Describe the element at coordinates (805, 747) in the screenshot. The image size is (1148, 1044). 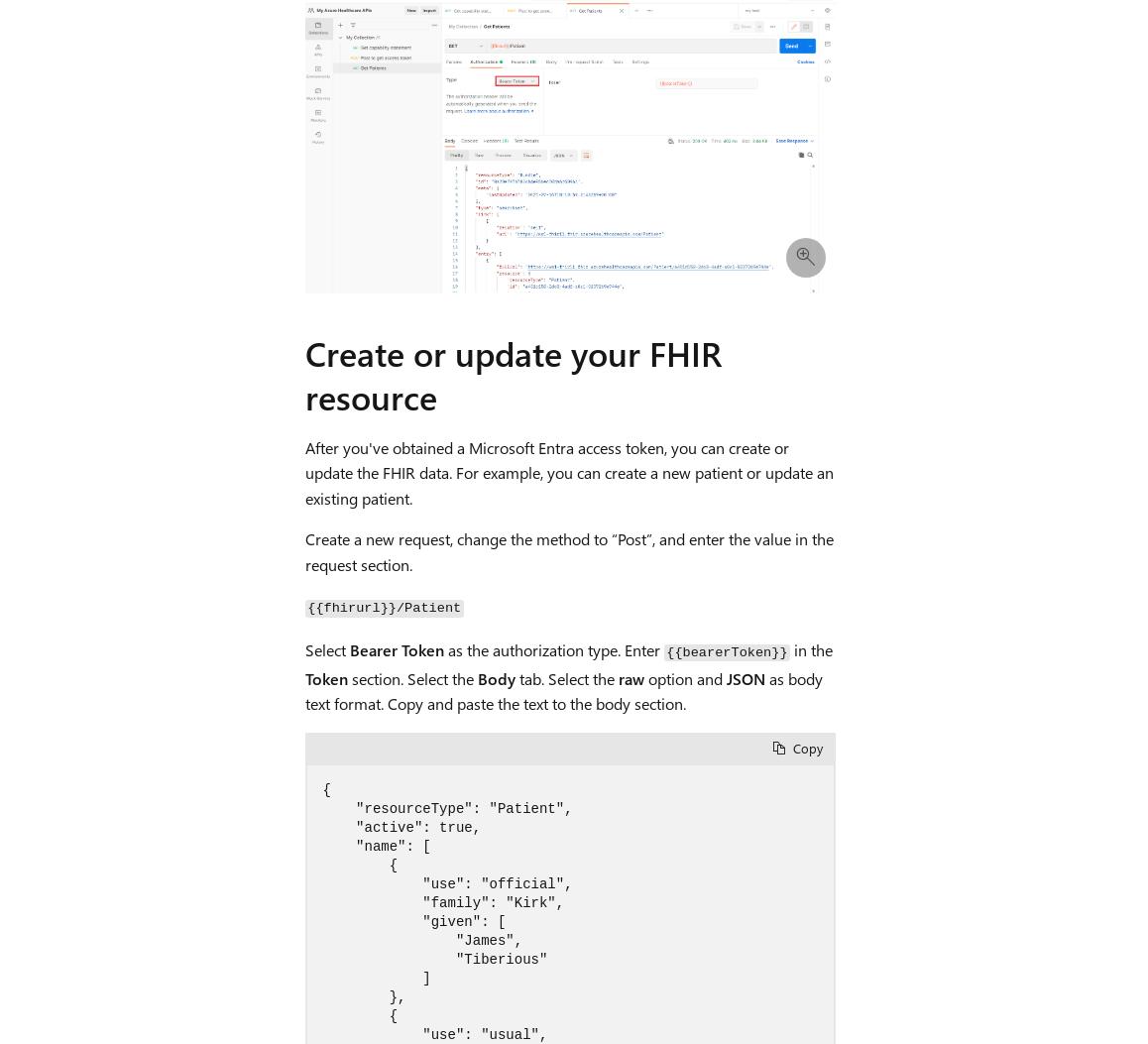
I see `'Copy'` at that location.